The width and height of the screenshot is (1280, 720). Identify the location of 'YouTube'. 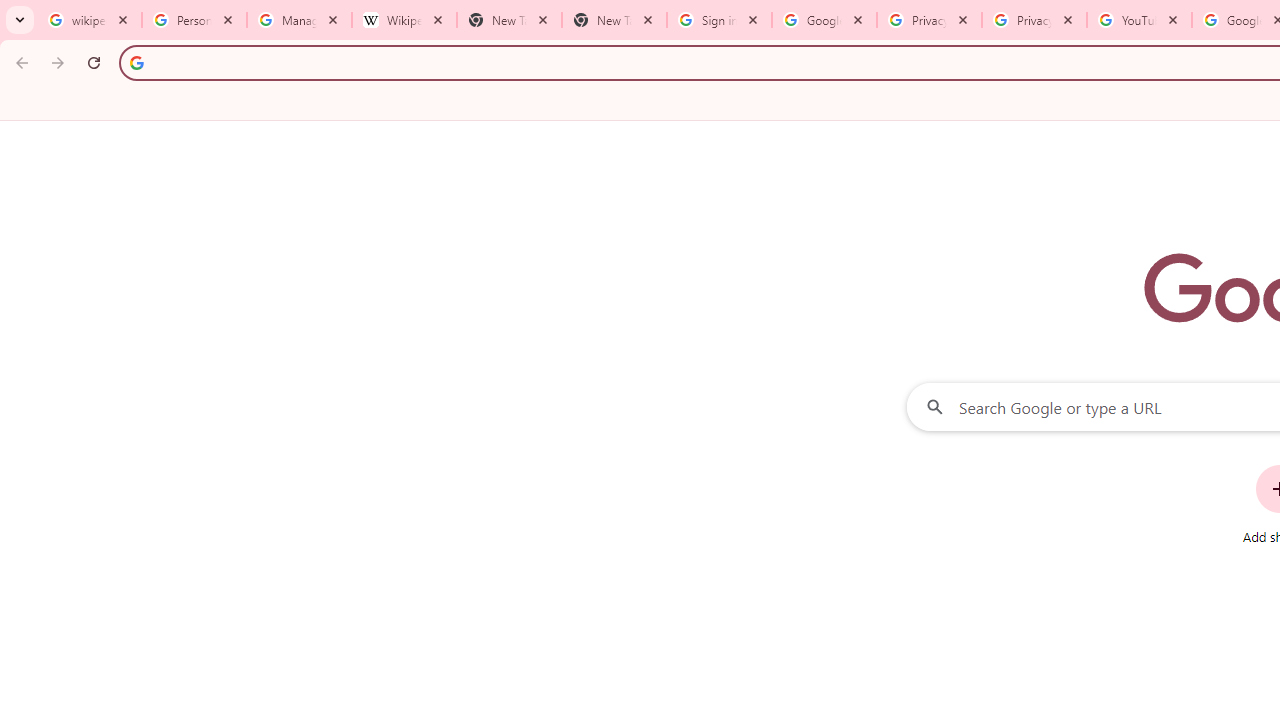
(1139, 20).